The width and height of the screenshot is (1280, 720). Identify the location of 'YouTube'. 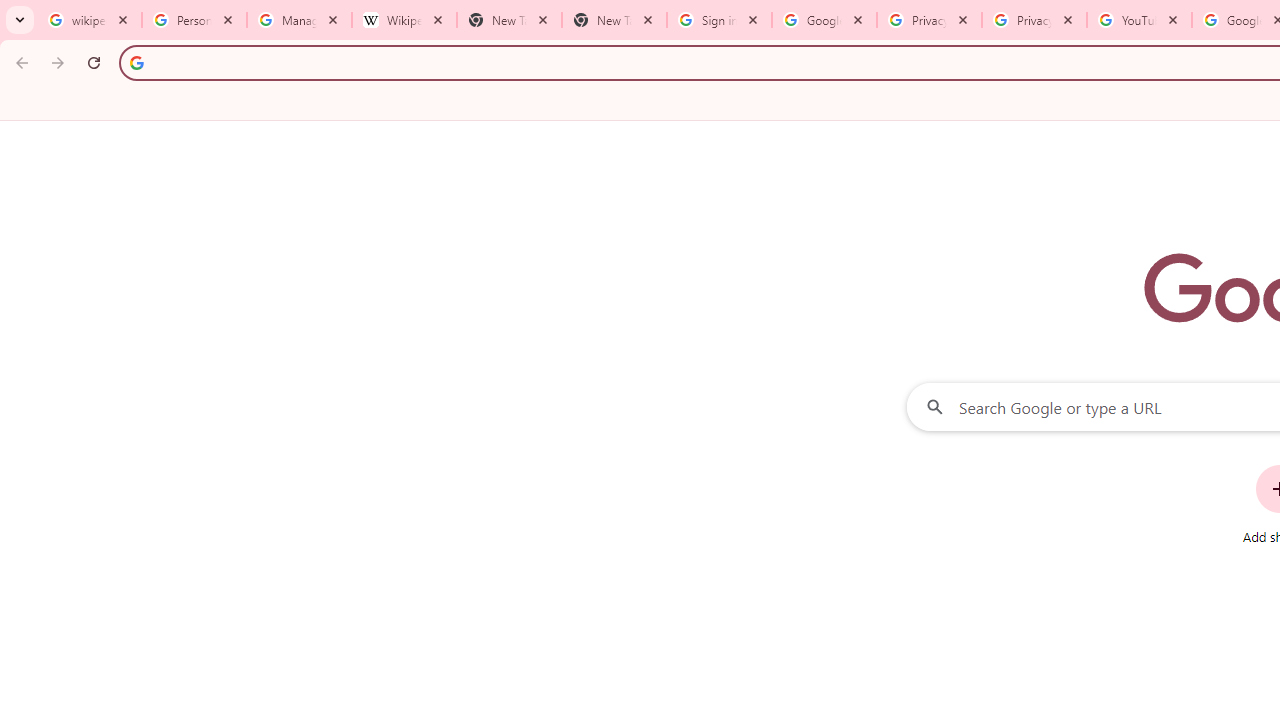
(1139, 20).